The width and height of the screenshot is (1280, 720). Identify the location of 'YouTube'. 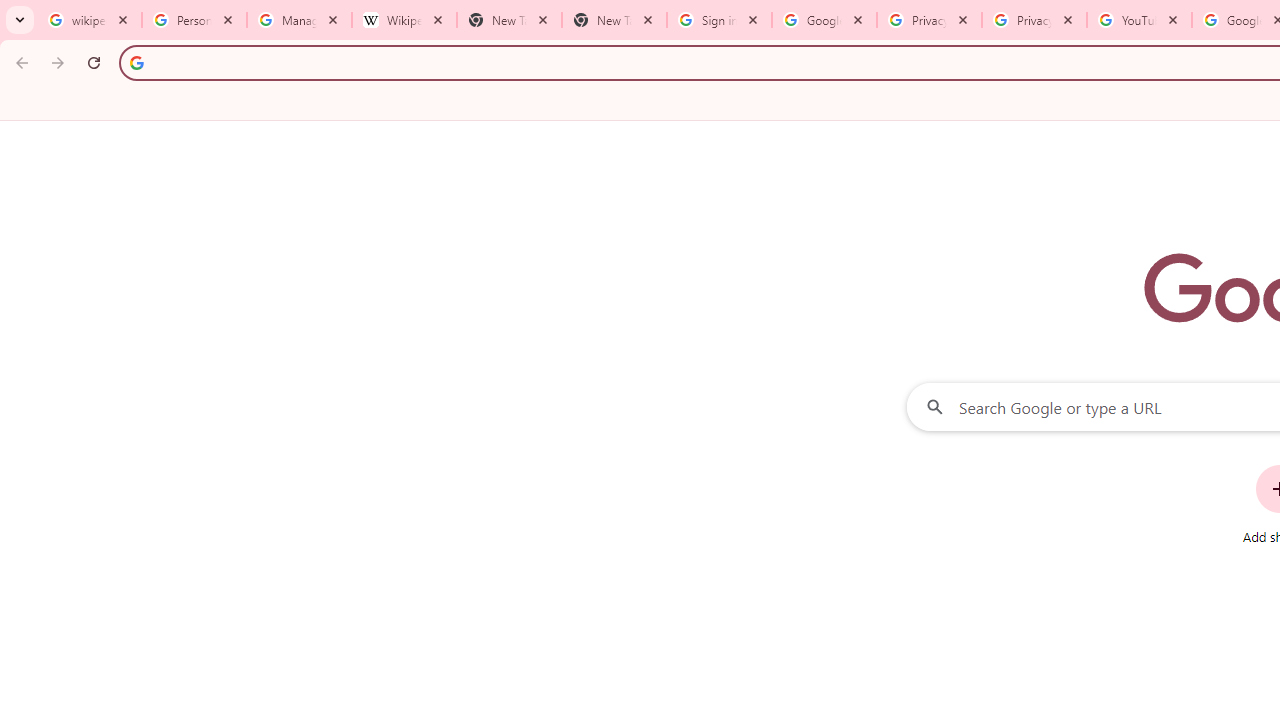
(1139, 20).